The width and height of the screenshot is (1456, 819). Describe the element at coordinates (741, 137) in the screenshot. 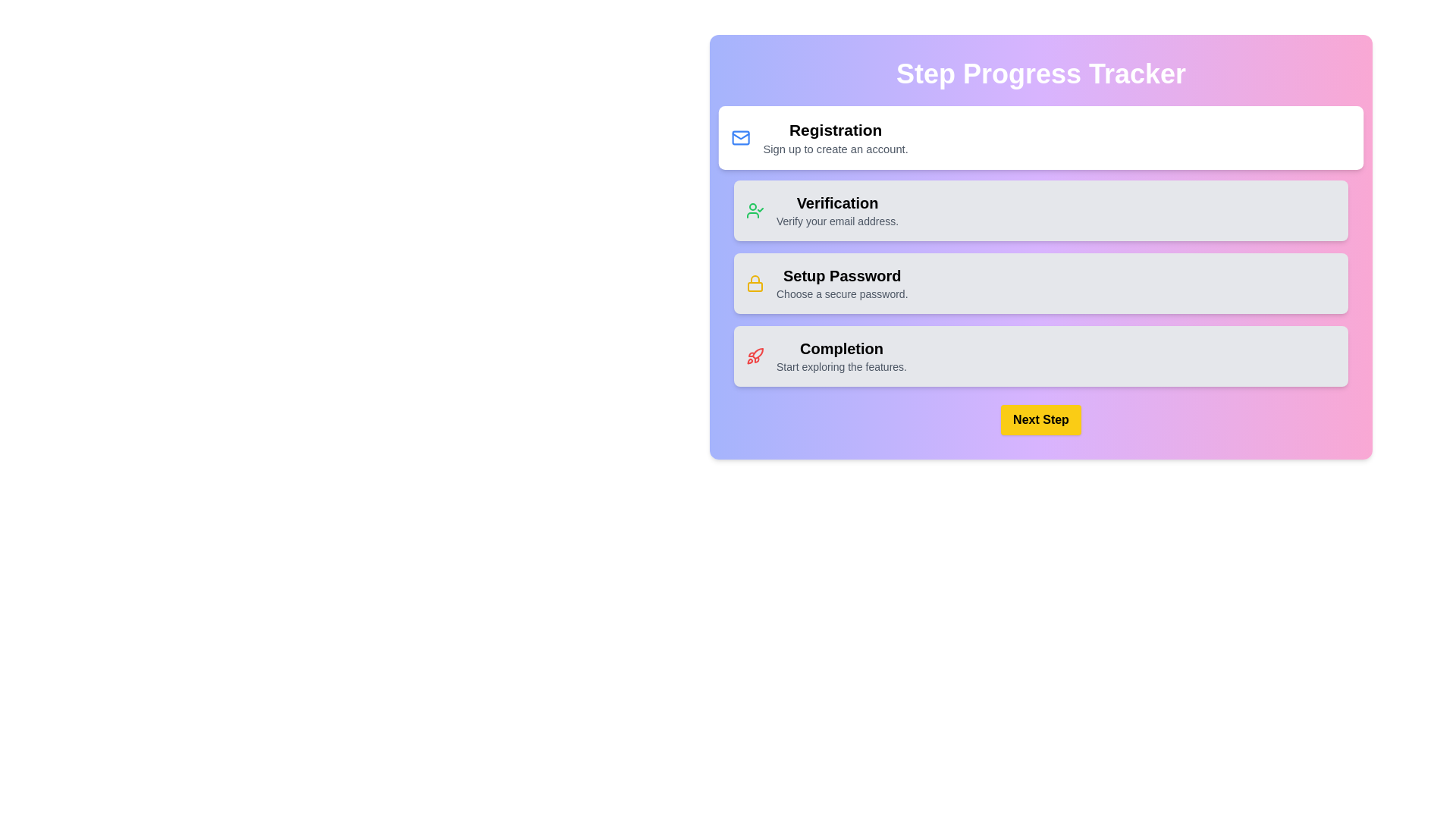

I see `the blue envelope icon with an open design located at the top left of the 'Registration' section of the step tracker component` at that location.